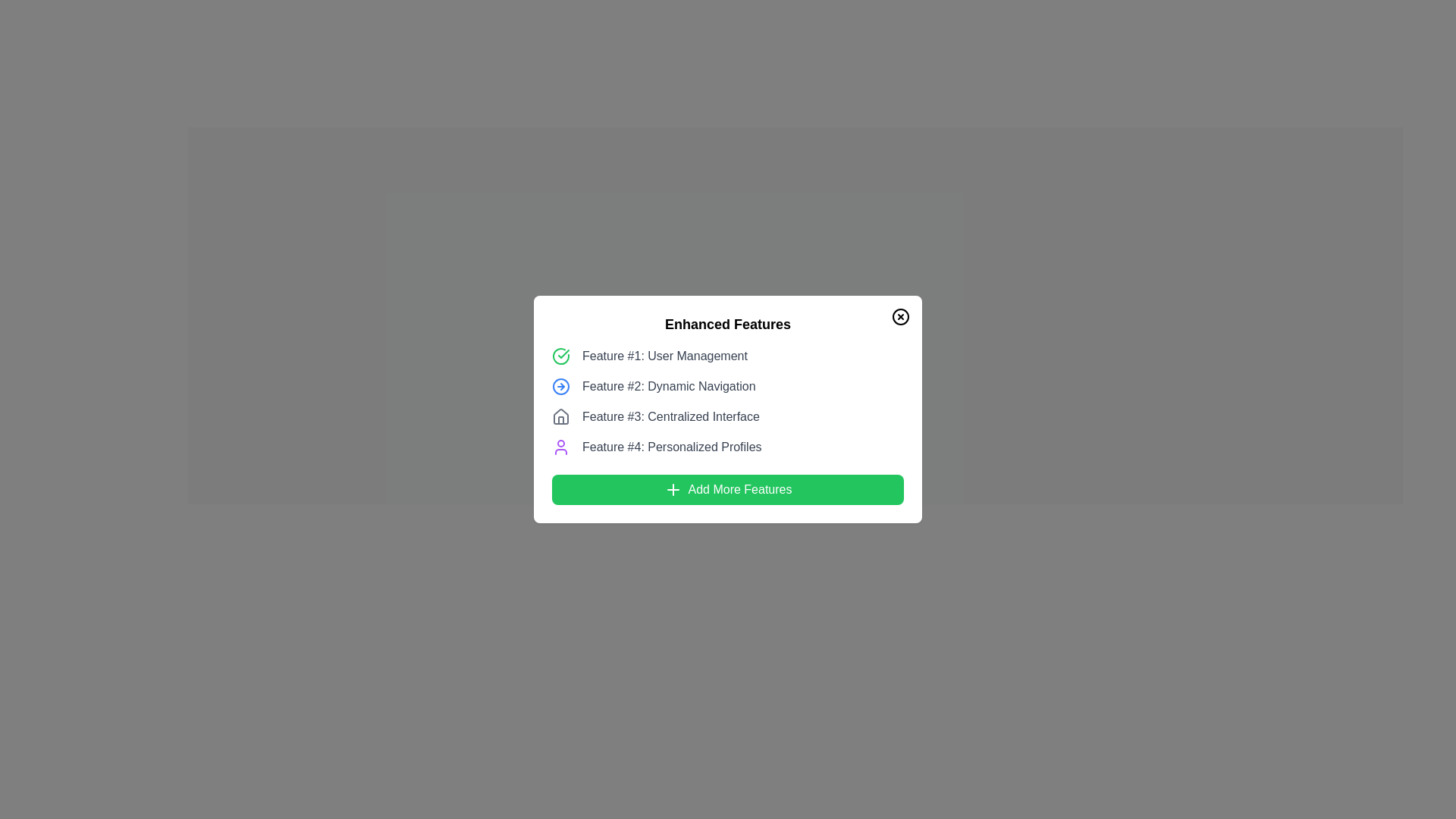 This screenshot has height=819, width=1456. Describe the element at coordinates (668, 385) in the screenshot. I see `text label that describes 'Feature #2: Dynamic Navigation', which is styled in gray font and located as the second item in a vertical list within a modal dialog box` at that location.